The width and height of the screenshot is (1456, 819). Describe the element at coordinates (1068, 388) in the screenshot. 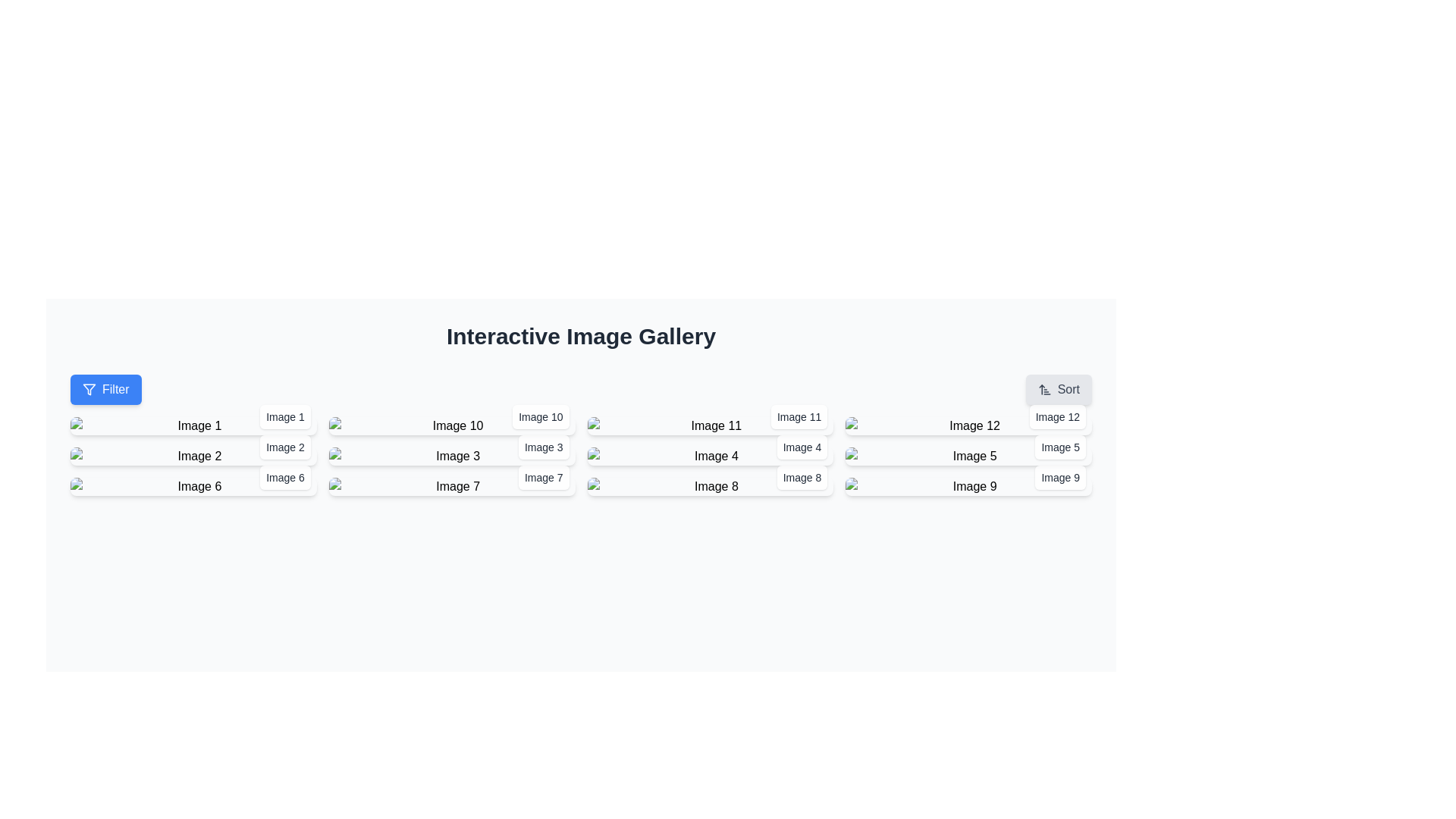

I see `the sorting toggle button located near the top-right of the navigation bar` at that location.